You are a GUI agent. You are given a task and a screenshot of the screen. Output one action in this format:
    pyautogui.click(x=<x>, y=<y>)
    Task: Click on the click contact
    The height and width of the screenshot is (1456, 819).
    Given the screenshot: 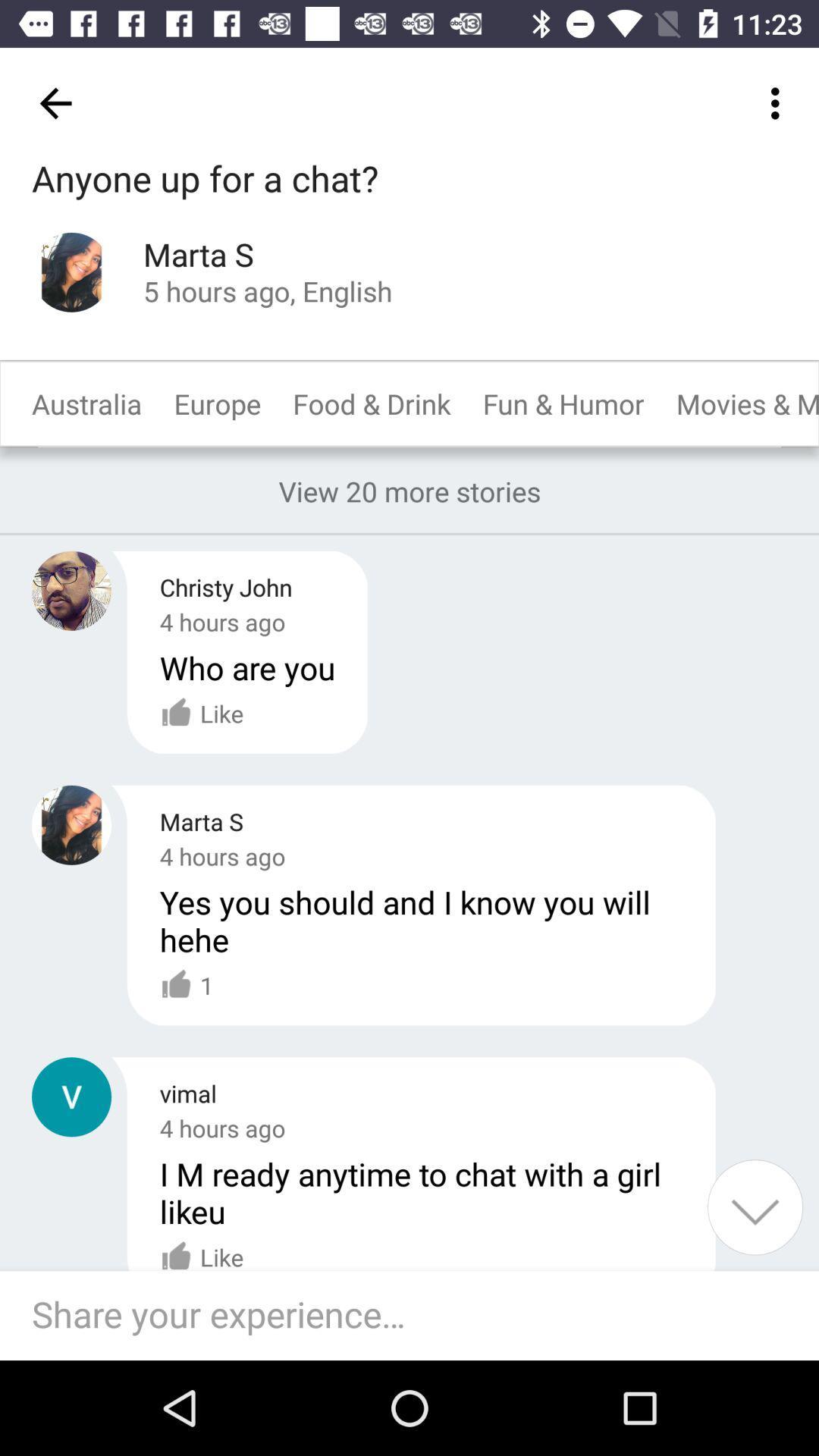 What is the action you would take?
    pyautogui.click(x=71, y=1097)
    